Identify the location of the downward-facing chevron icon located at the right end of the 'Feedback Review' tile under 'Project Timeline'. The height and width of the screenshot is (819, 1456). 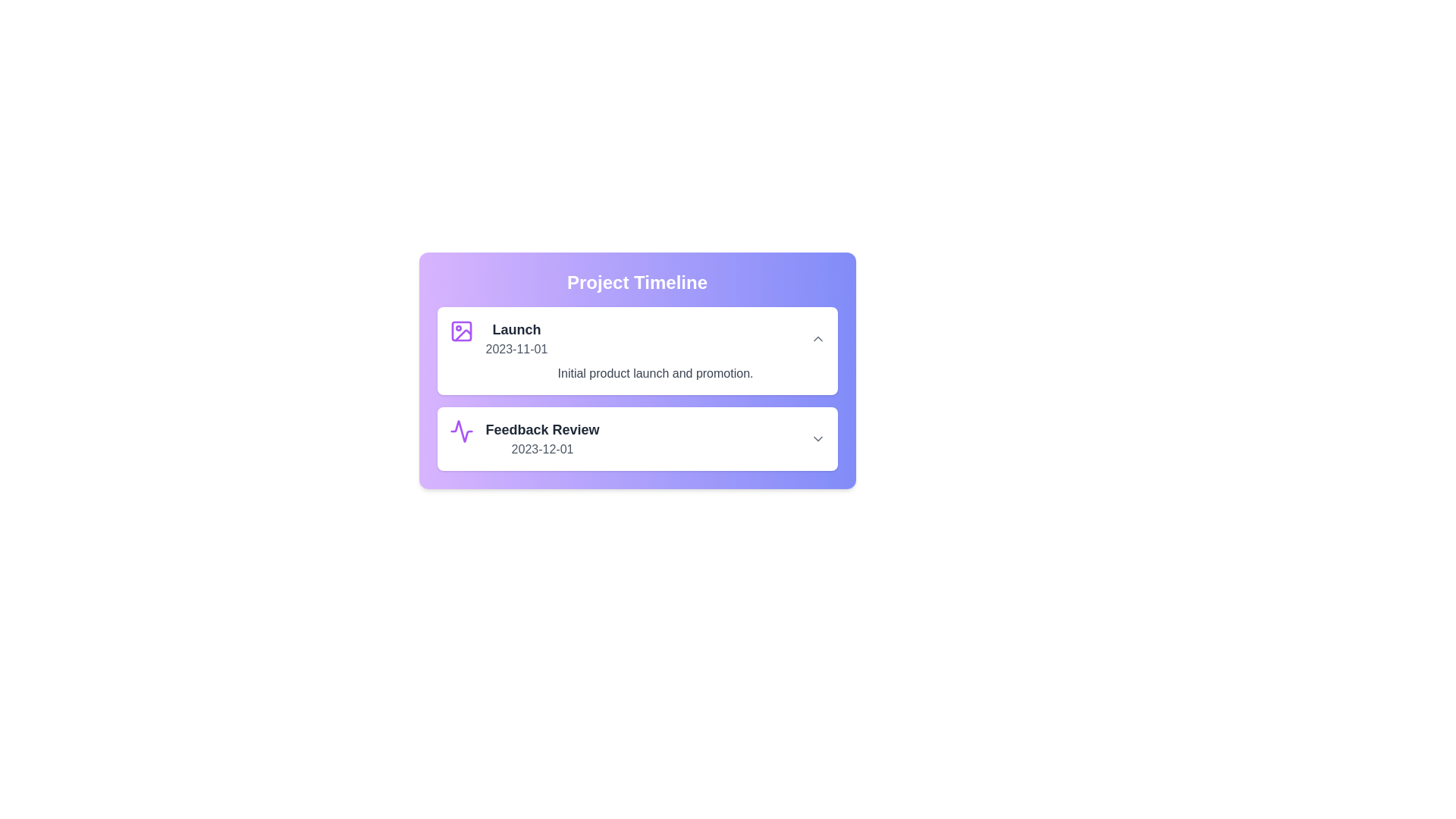
(817, 438).